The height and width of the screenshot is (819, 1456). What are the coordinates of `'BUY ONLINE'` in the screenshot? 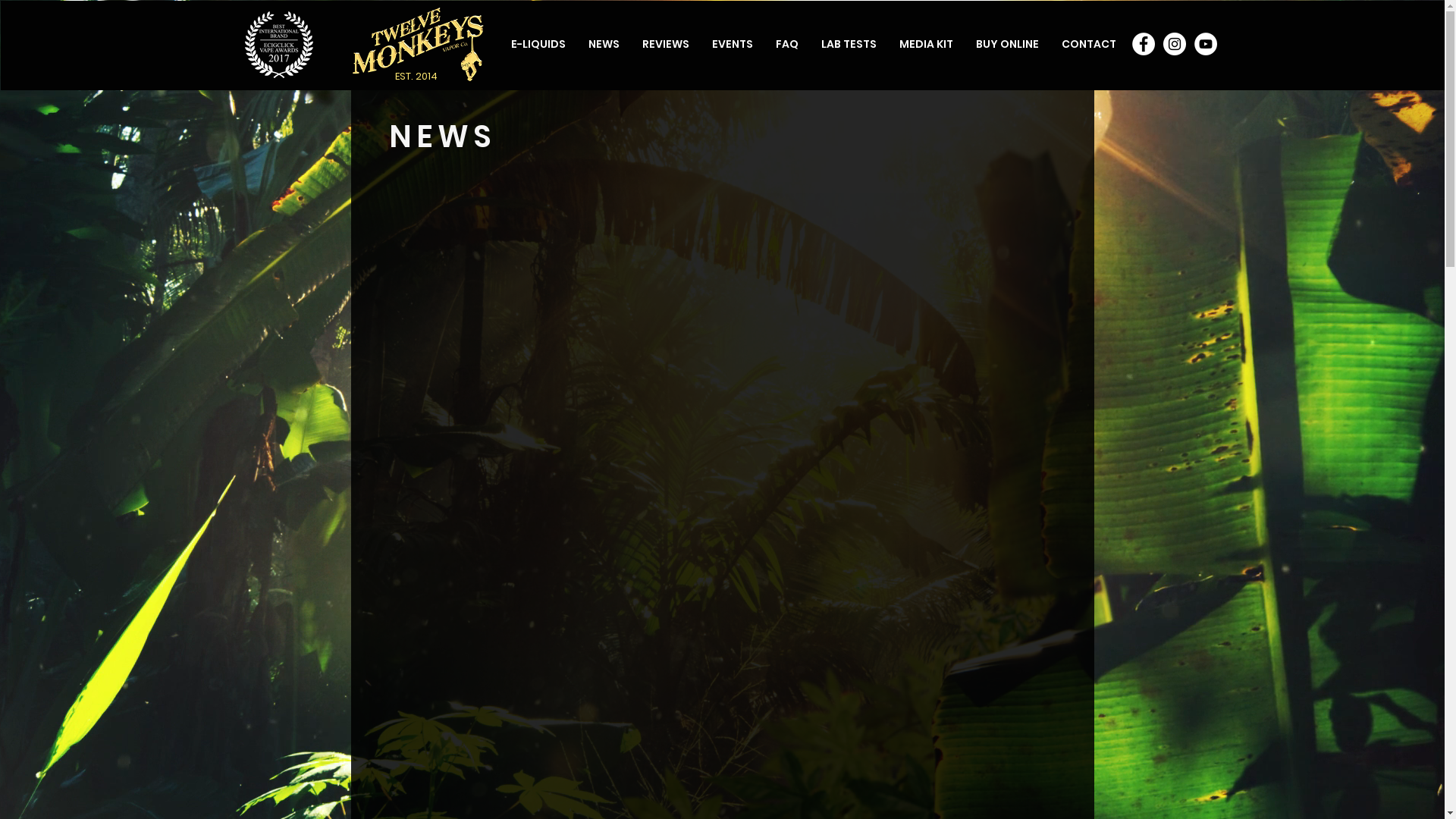 It's located at (964, 42).